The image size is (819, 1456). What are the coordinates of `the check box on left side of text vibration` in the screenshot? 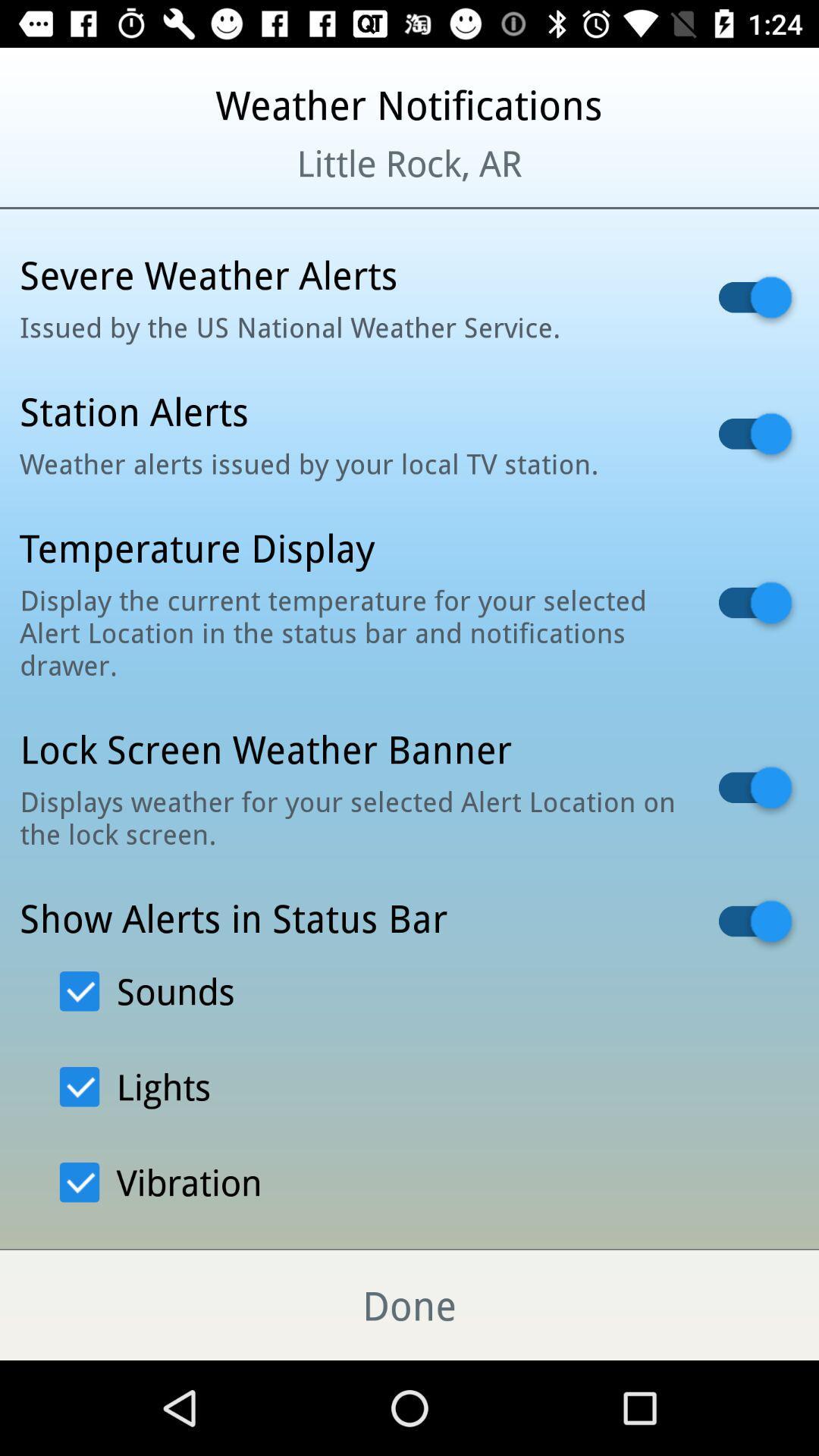 It's located at (79, 1181).